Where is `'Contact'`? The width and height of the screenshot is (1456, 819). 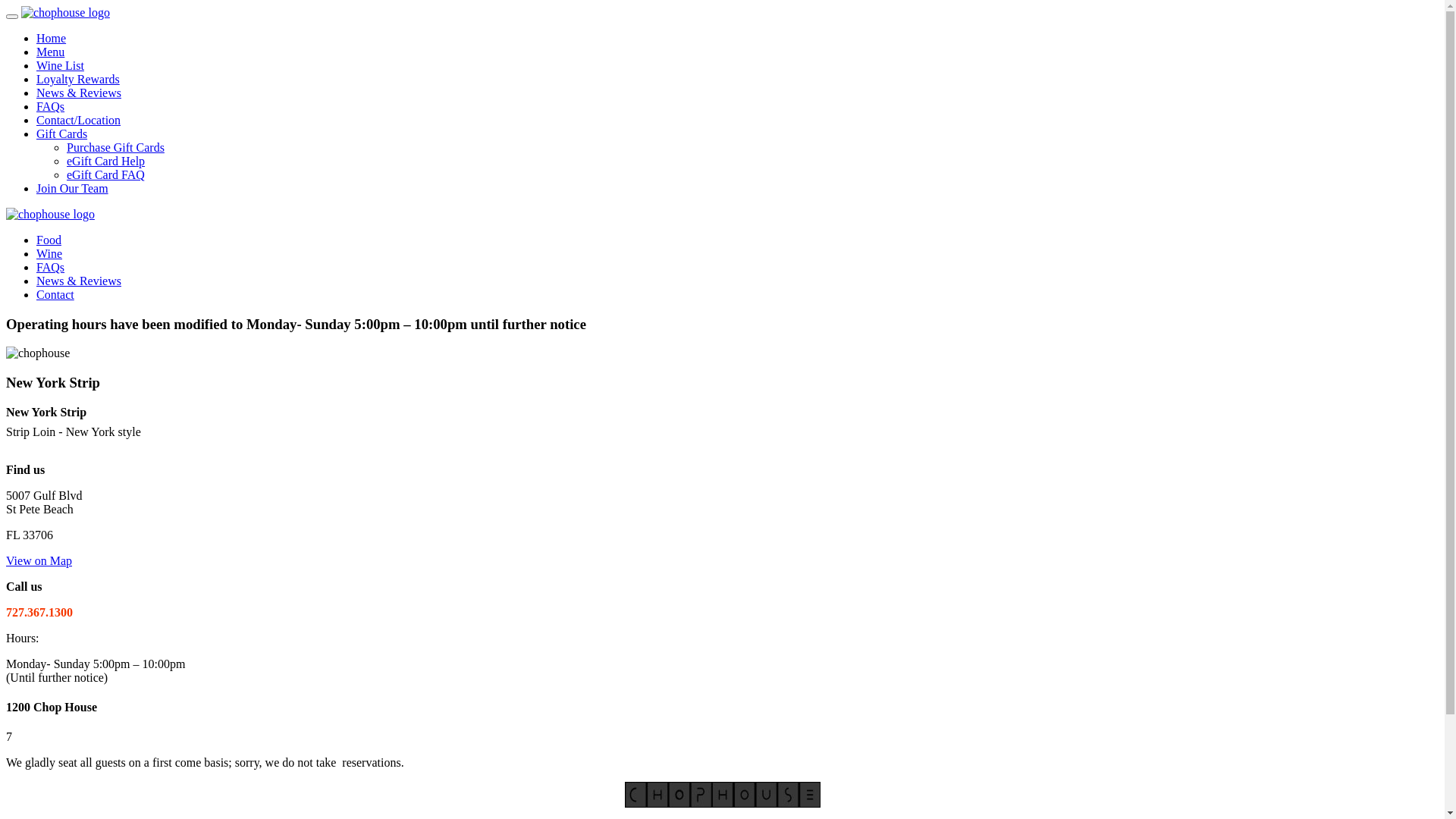
'Contact' is located at coordinates (36, 294).